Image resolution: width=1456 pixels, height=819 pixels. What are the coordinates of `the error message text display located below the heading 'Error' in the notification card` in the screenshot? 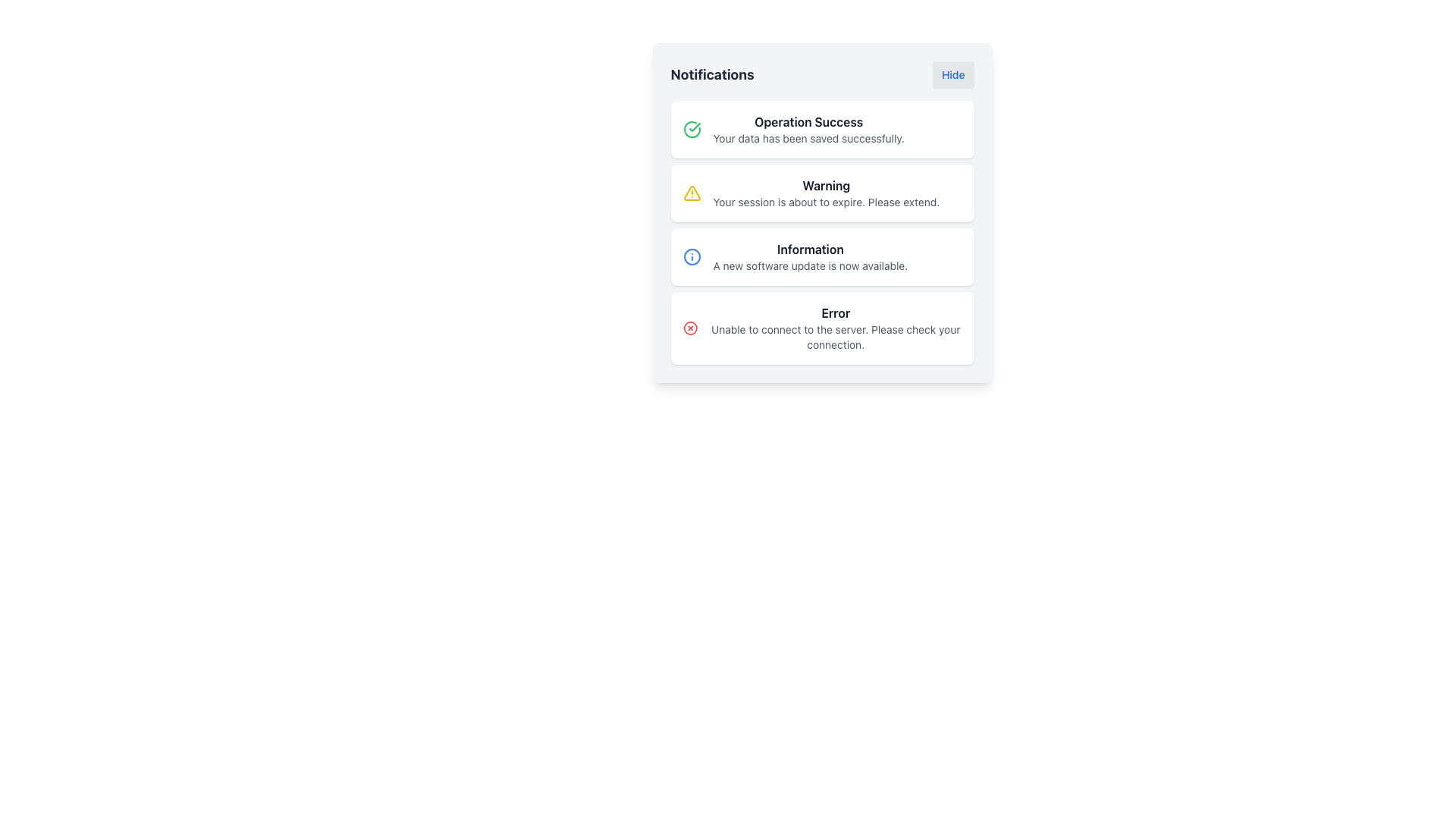 It's located at (835, 336).